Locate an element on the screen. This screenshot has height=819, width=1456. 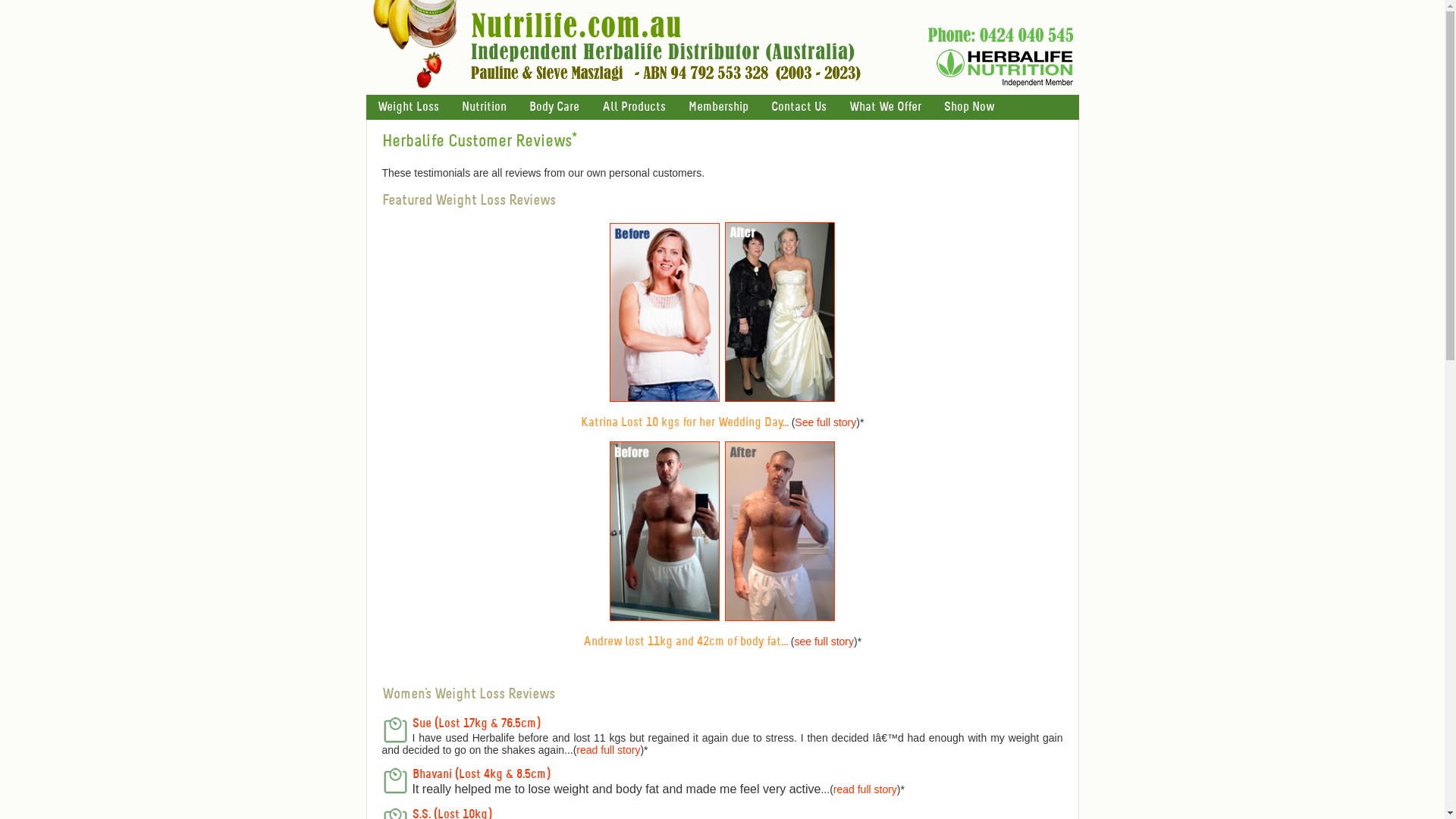
'Nutrition' is located at coordinates (483, 106).